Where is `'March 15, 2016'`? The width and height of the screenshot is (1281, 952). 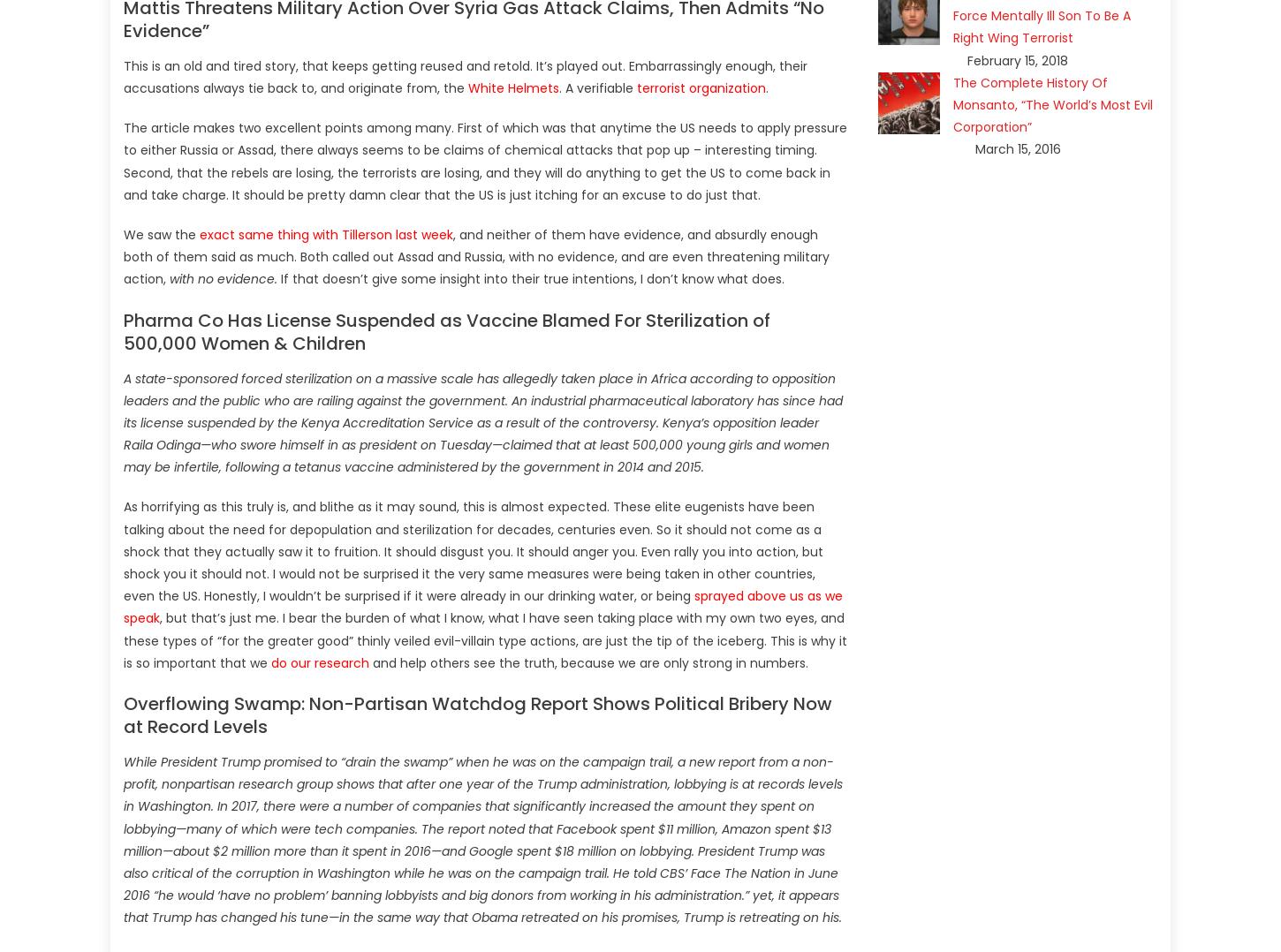
'March 15, 2016' is located at coordinates (1016, 148).